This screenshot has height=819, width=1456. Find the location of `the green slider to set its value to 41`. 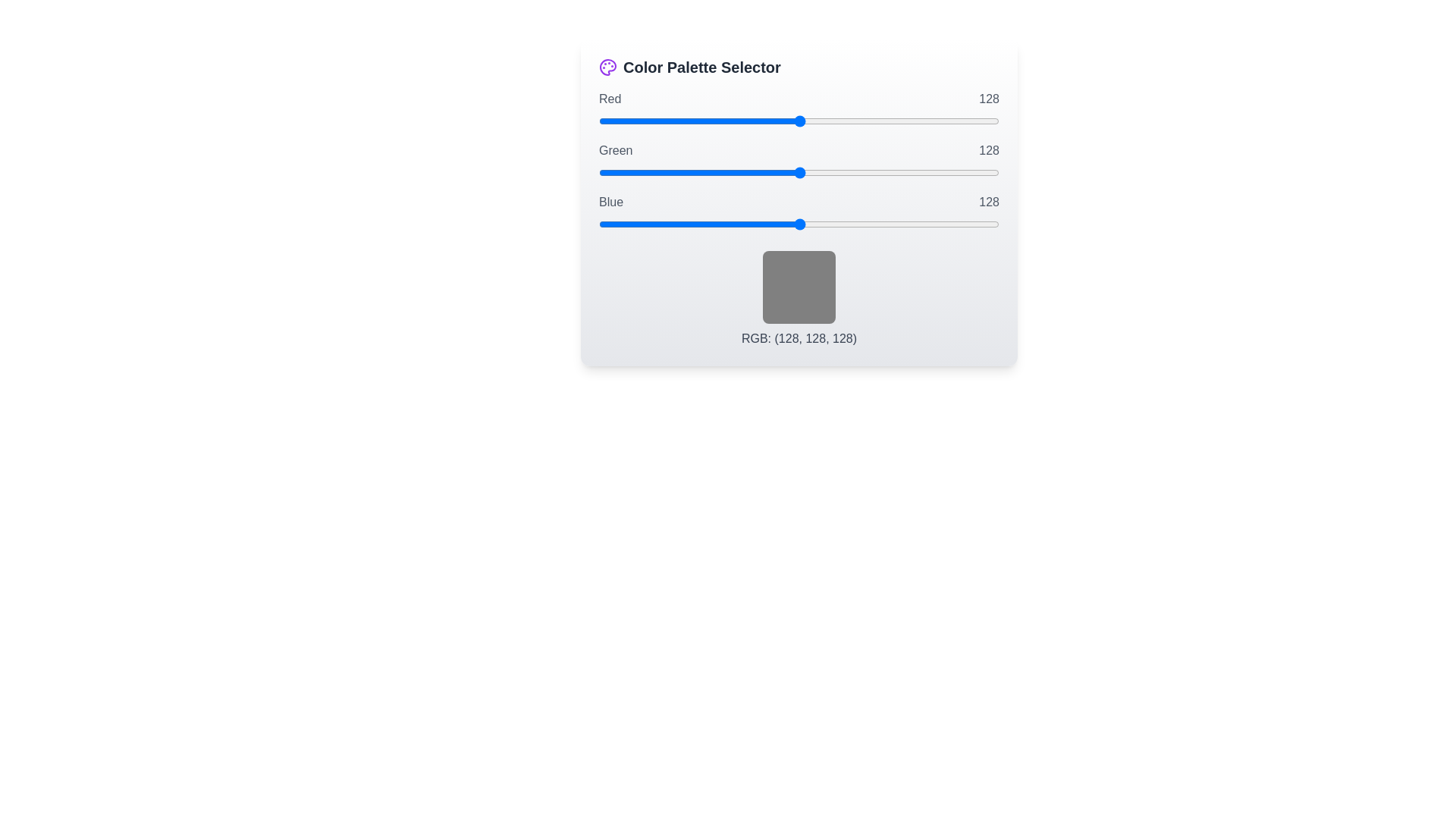

the green slider to set its value to 41 is located at coordinates (663, 171).